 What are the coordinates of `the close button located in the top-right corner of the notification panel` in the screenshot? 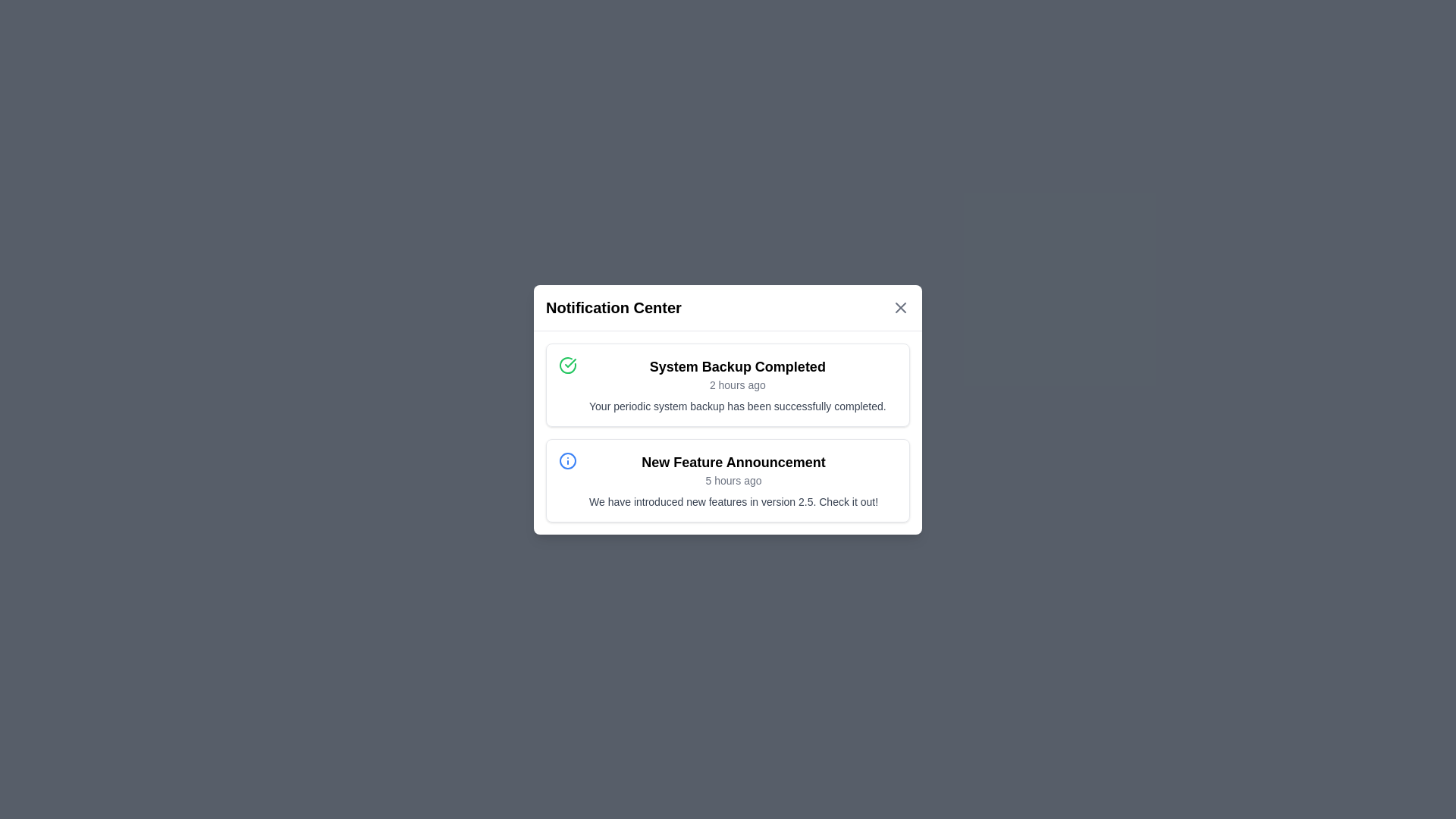 It's located at (901, 307).